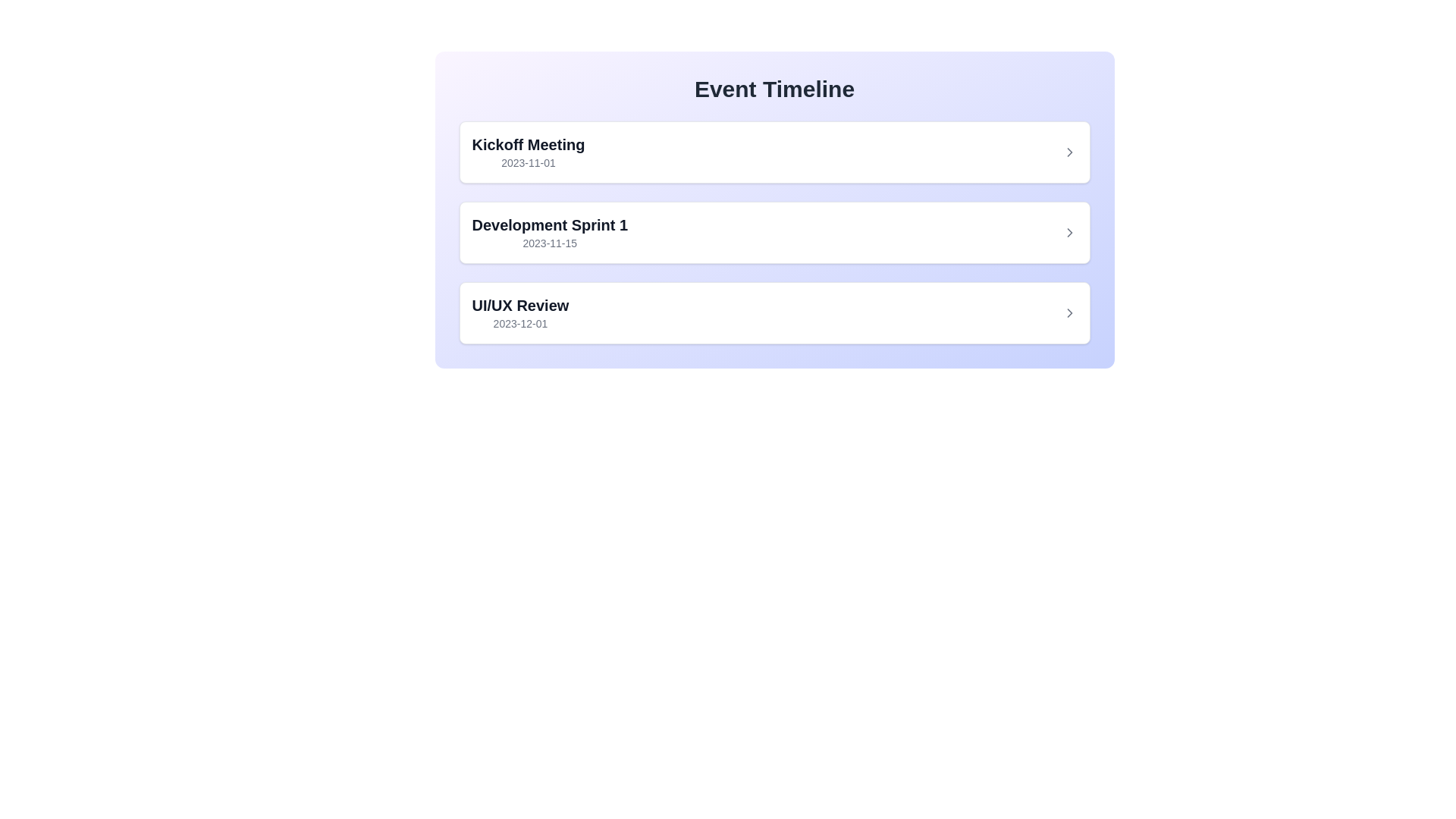 Image resolution: width=1456 pixels, height=819 pixels. What do you see at coordinates (774, 312) in the screenshot?
I see `the third item in the event timeline list, which represents the 'UI/UX Review' event scheduled for '2023-12-01'` at bounding box center [774, 312].